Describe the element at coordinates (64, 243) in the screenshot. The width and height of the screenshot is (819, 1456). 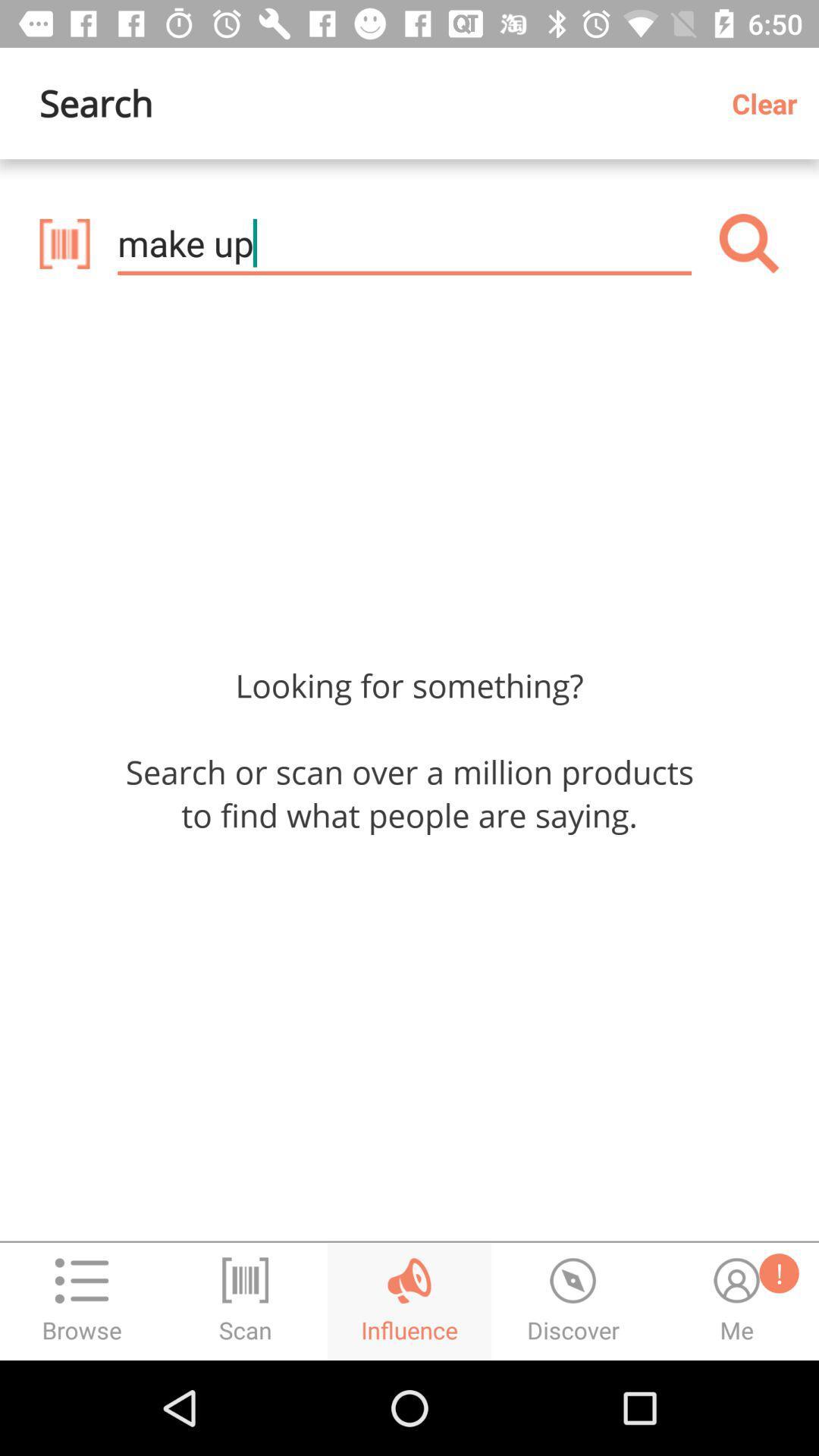
I see `the icon next to the make up` at that location.